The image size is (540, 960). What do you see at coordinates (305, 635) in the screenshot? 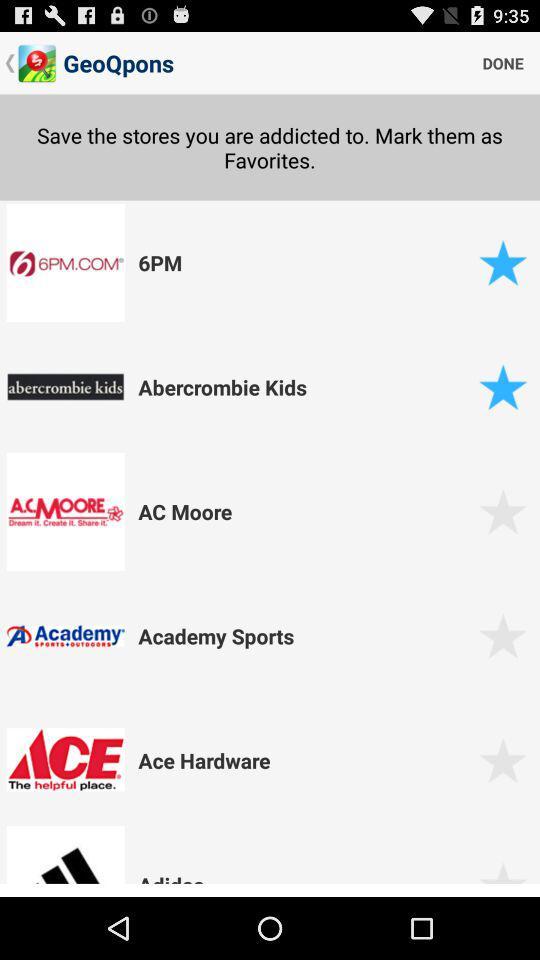
I see `the academy sports app` at bounding box center [305, 635].